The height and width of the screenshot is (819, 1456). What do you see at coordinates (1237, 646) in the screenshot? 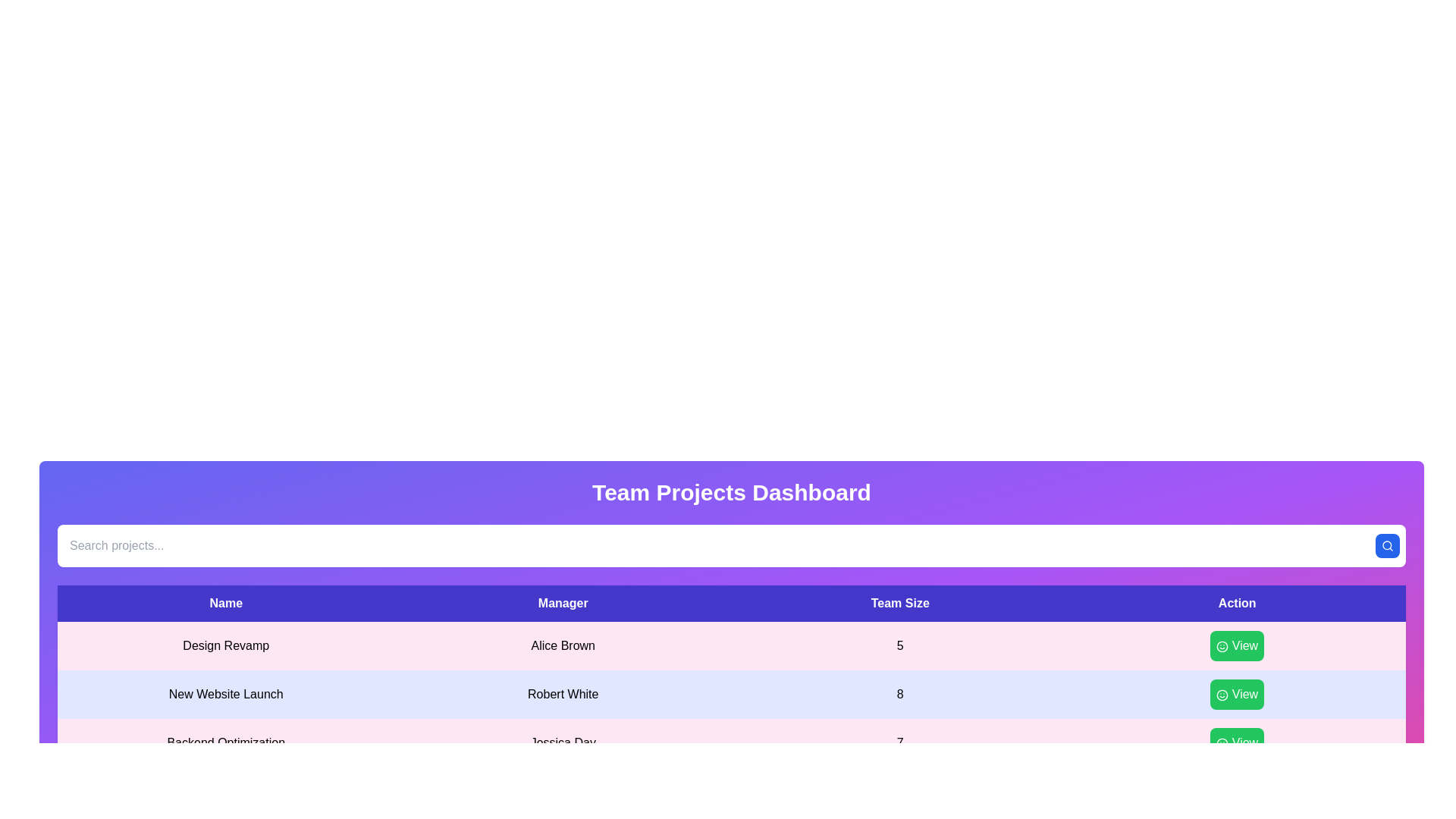
I see `the button in the 'Action' column of the first row` at bounding box center [1237, 646].